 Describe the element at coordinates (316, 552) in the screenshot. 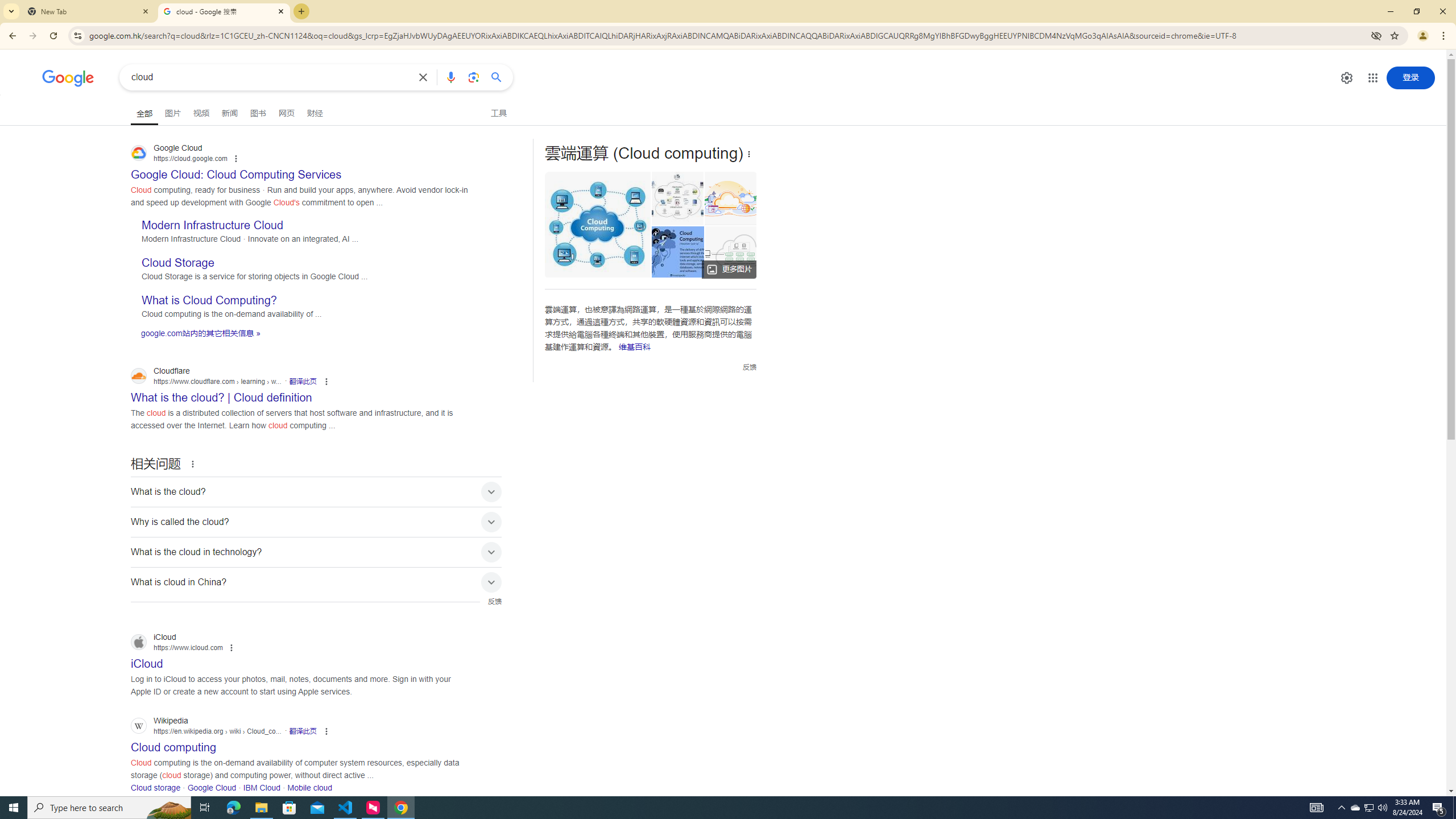

I see `'What is the cloud in technology?'` at that location.